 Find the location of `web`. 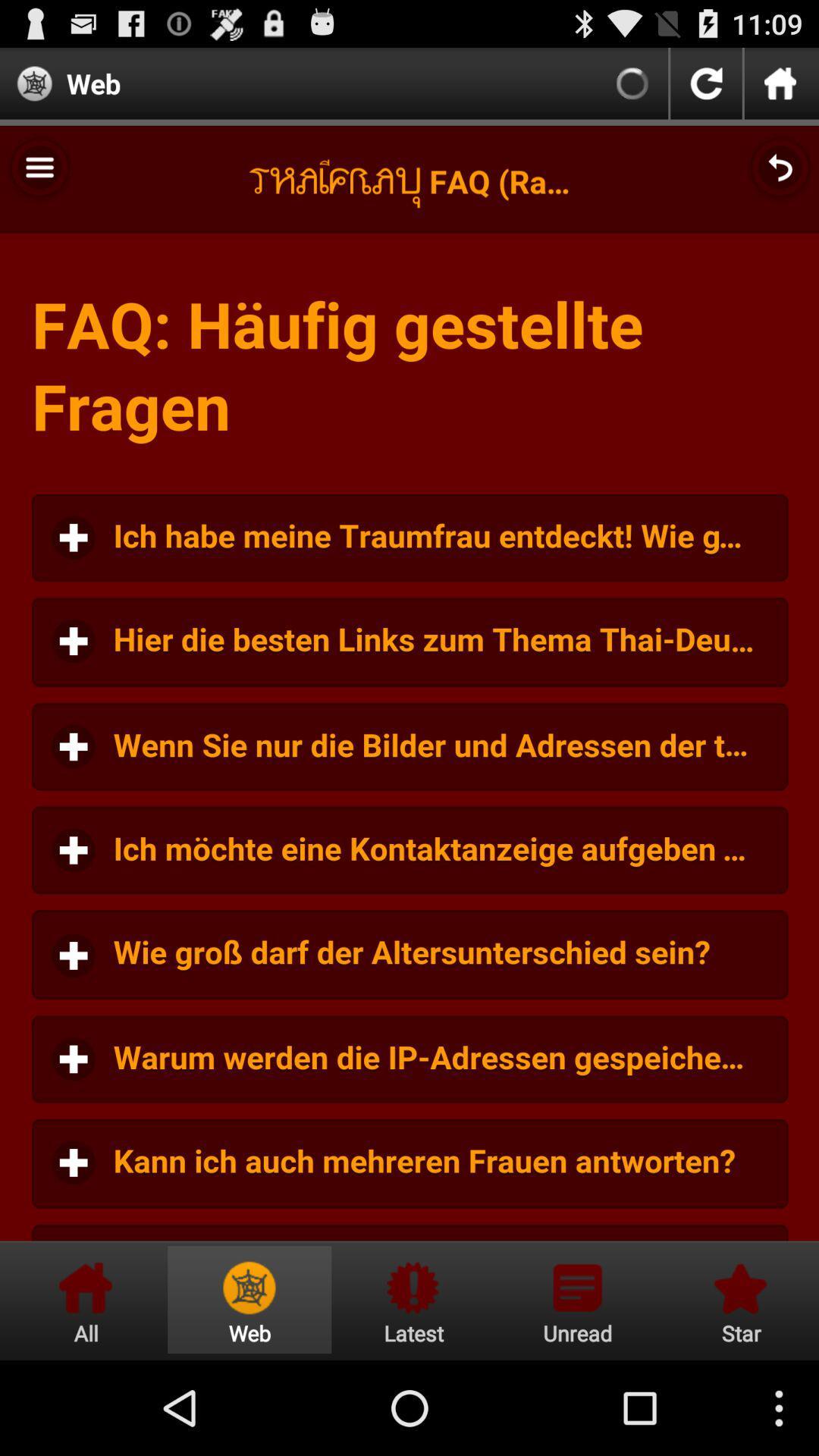

web is located at coordinates (249, 1299).